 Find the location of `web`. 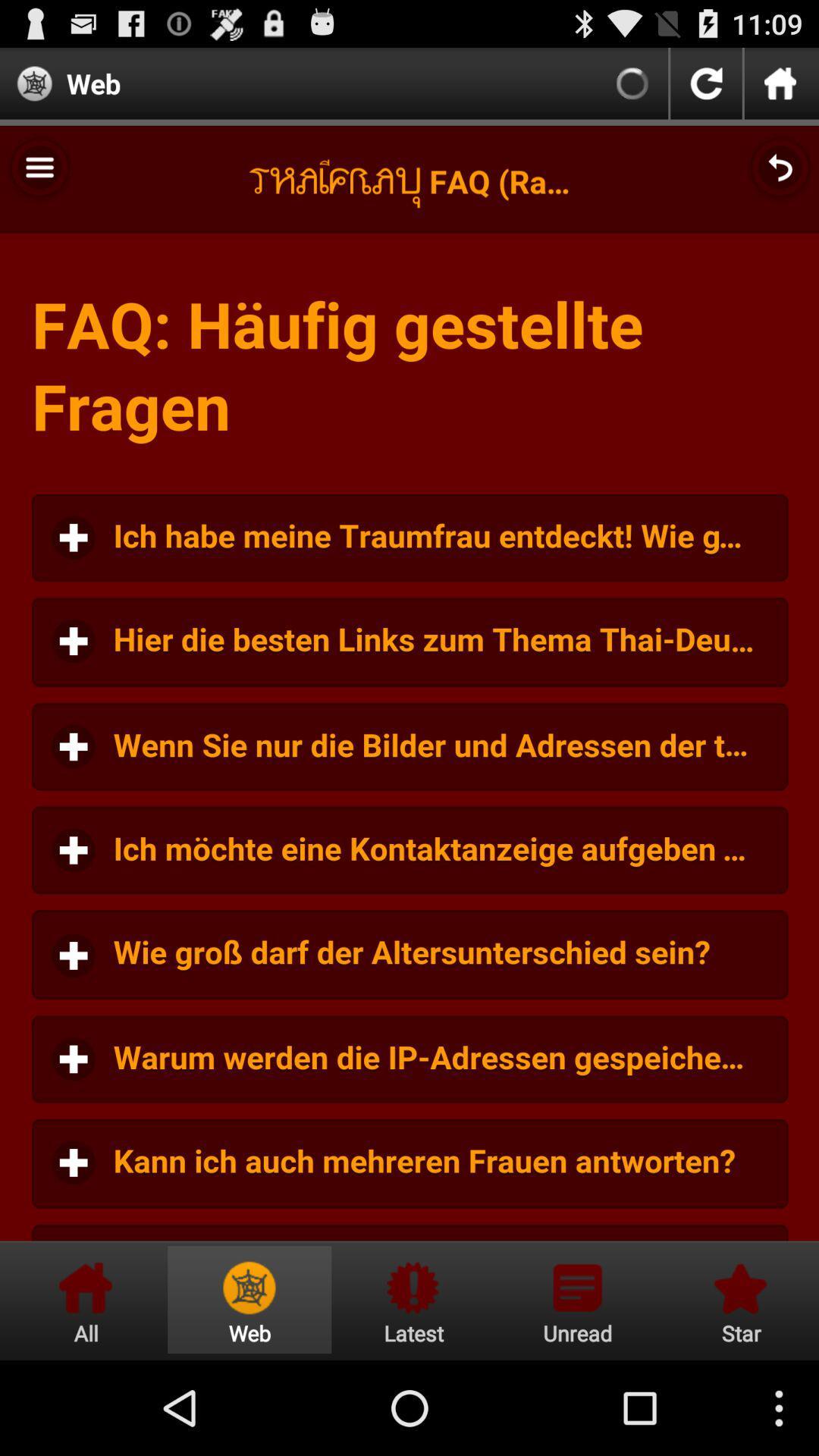

web is located at coordinates (249, 1299).